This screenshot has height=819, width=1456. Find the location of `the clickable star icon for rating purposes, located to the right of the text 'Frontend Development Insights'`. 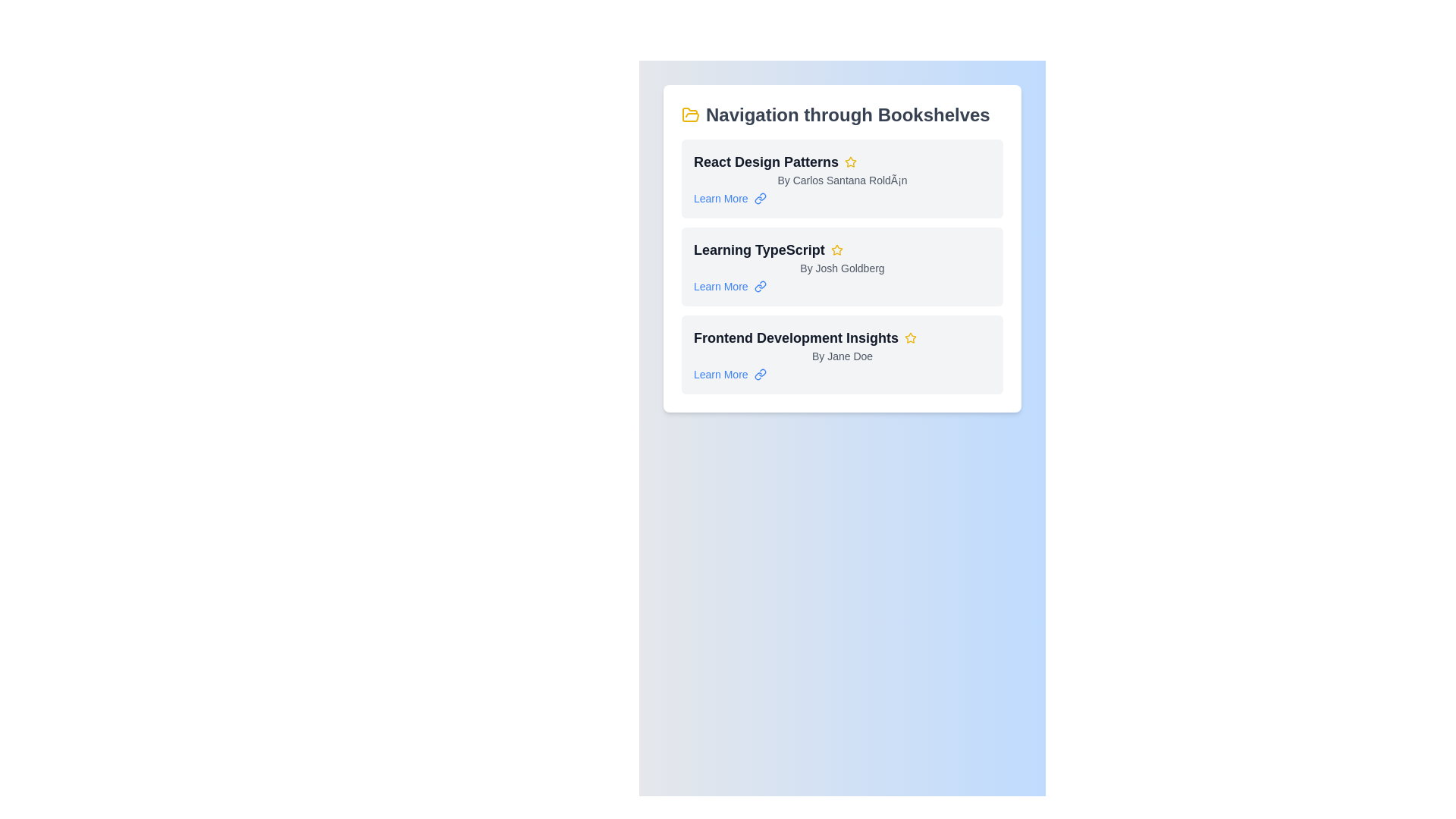

the clickable star icon for rating purposes, located to the right of the text 'Frontend Development Insights' is located at coordinates (910, 337).